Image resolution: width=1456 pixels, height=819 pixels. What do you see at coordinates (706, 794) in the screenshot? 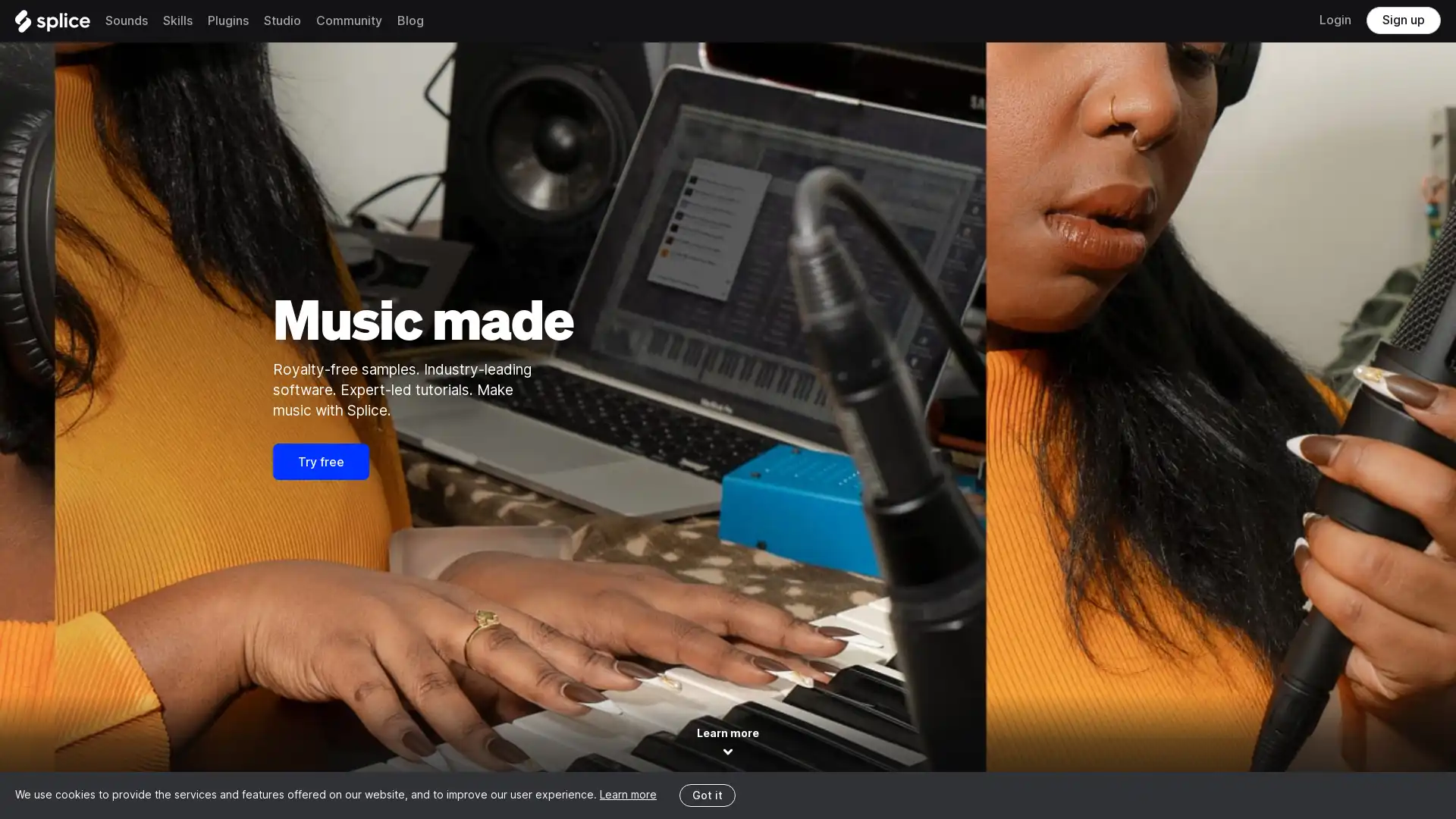
I see `Got it` at bounding box center [706, 794].